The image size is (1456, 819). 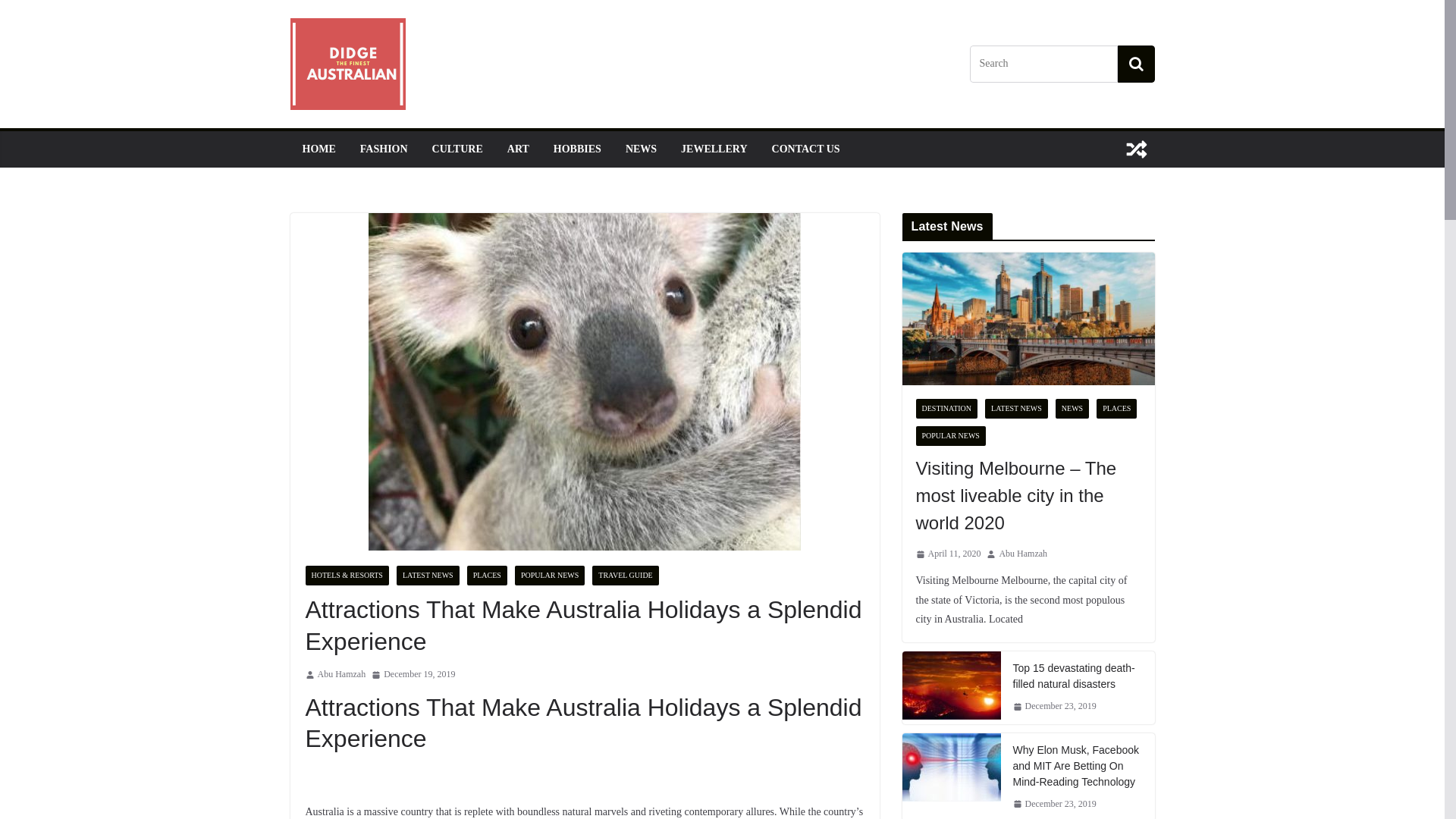 What do you see at coordinates (625, 576) in the screenshot?
I see `'TRAVEL GUIDE'` at bounding box center [625, 576].